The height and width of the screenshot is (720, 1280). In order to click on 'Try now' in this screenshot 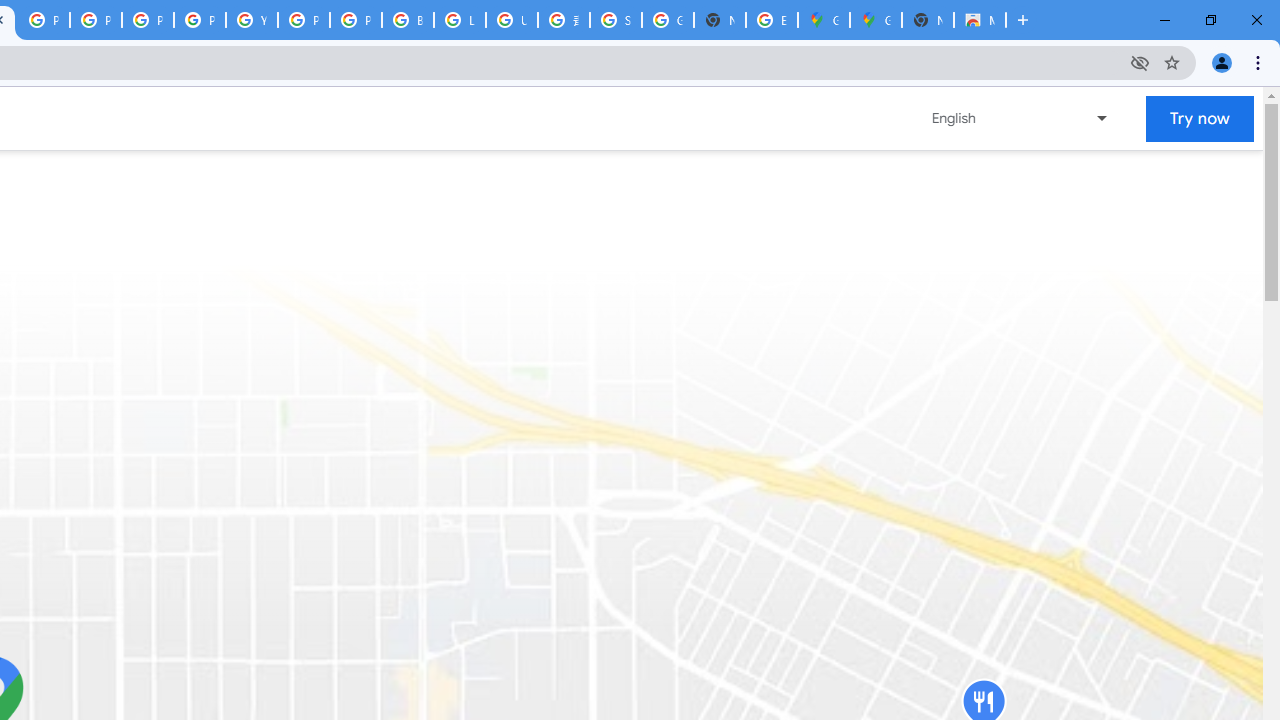, I will do `click(1200, 118)`.